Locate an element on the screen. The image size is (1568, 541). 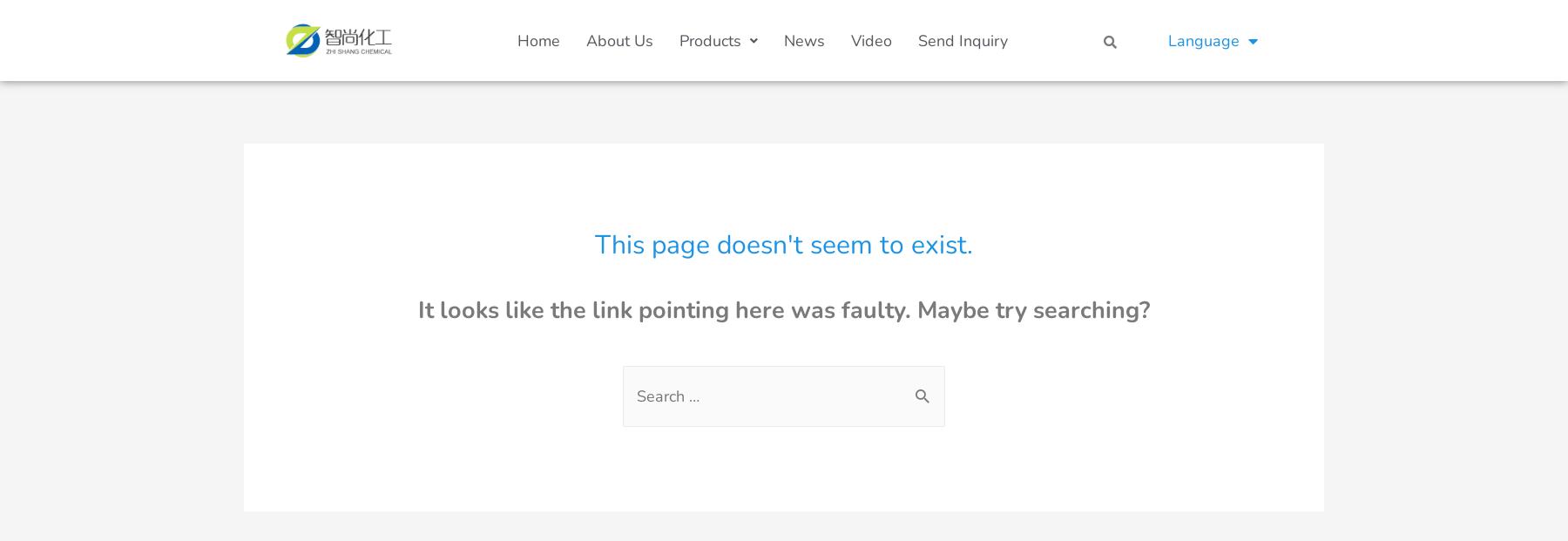
'Home' is located at coordinates (538, 39).